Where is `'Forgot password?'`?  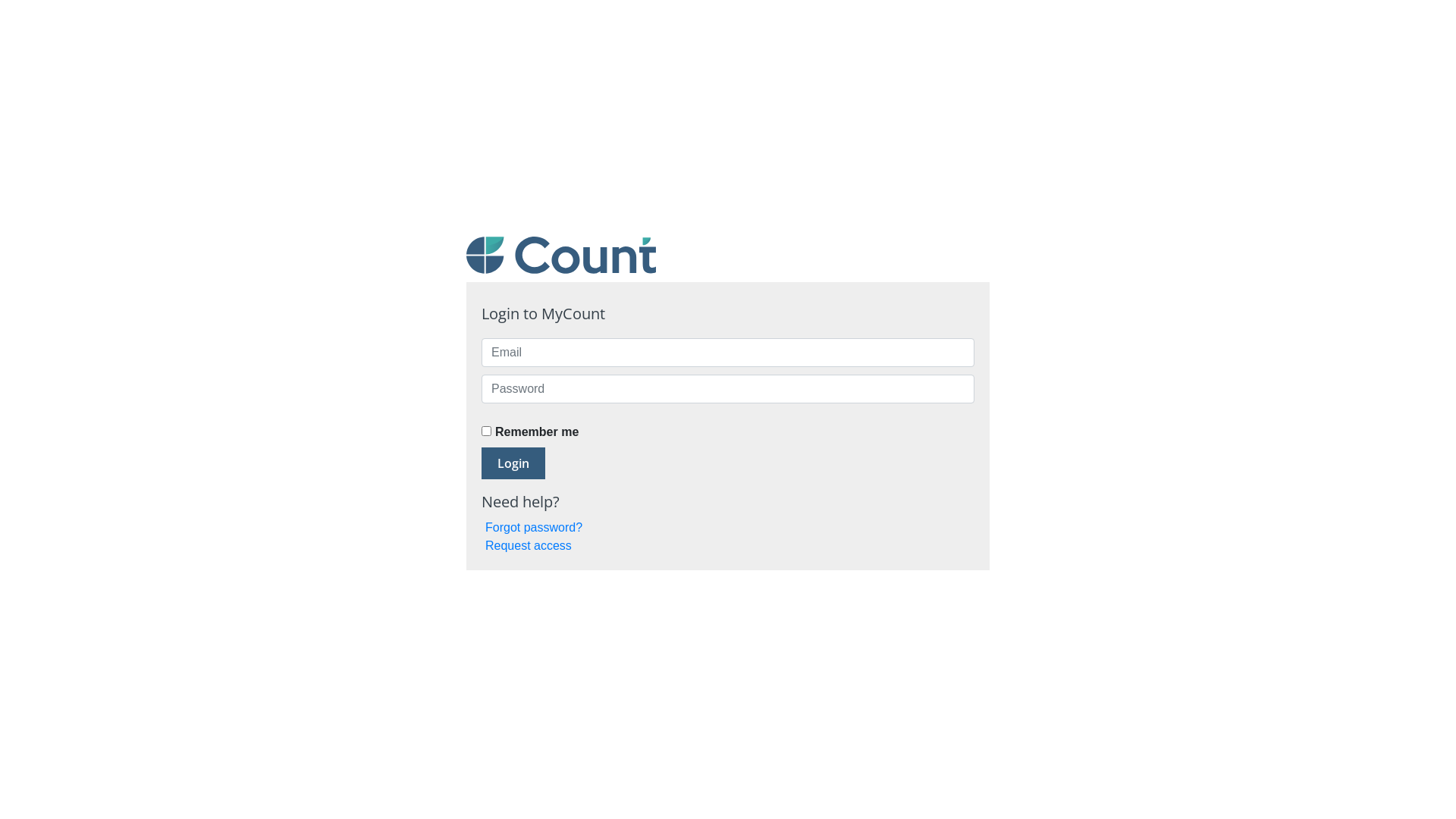
'Forgot password?' is located at coordinates (534, 526).